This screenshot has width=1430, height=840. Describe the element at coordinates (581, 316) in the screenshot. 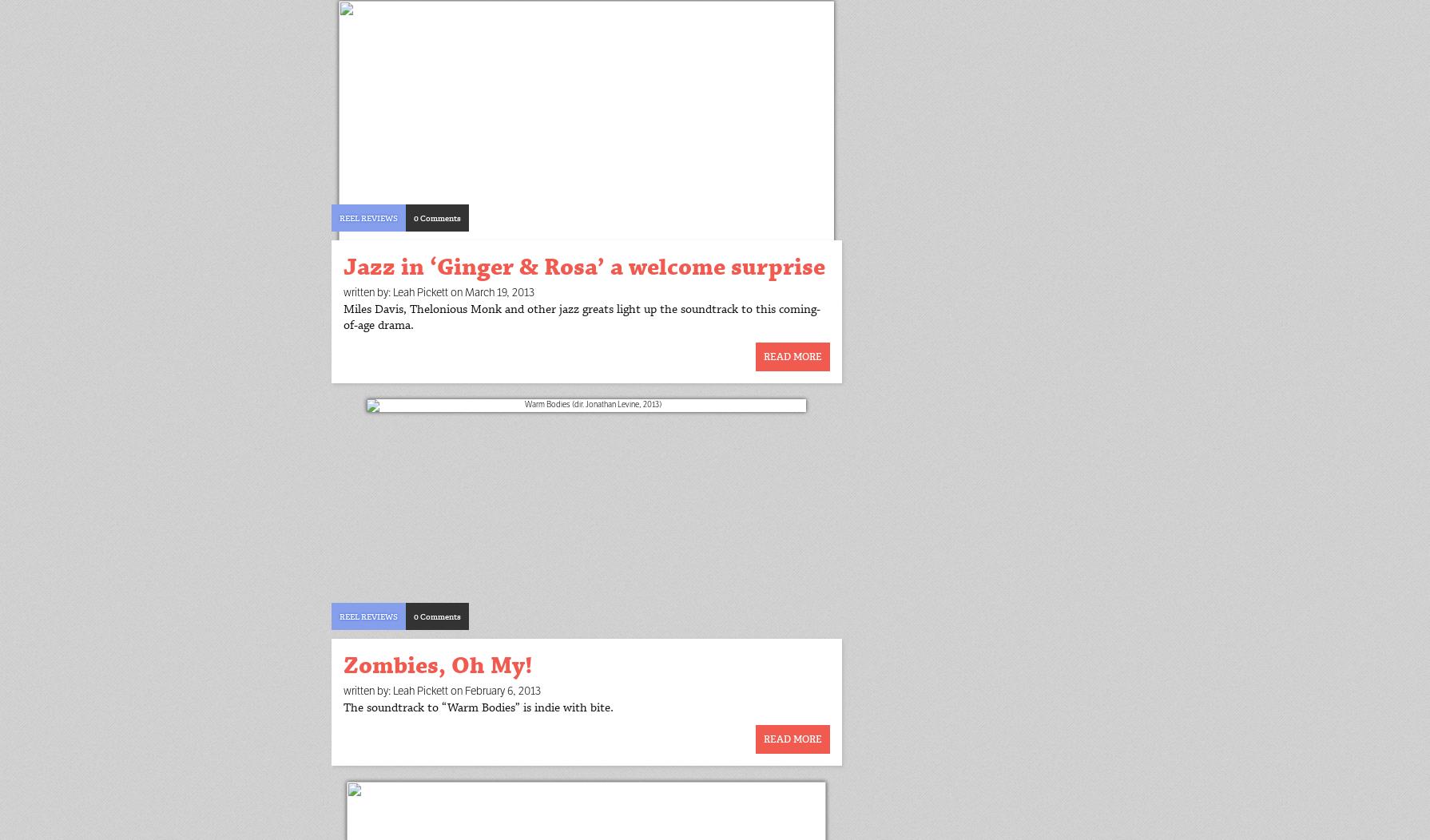

I see `'Miles Davis, Thelonious Monk and other jazz greats light up the soundtrack to this coming-of-age drama.'` at that location.